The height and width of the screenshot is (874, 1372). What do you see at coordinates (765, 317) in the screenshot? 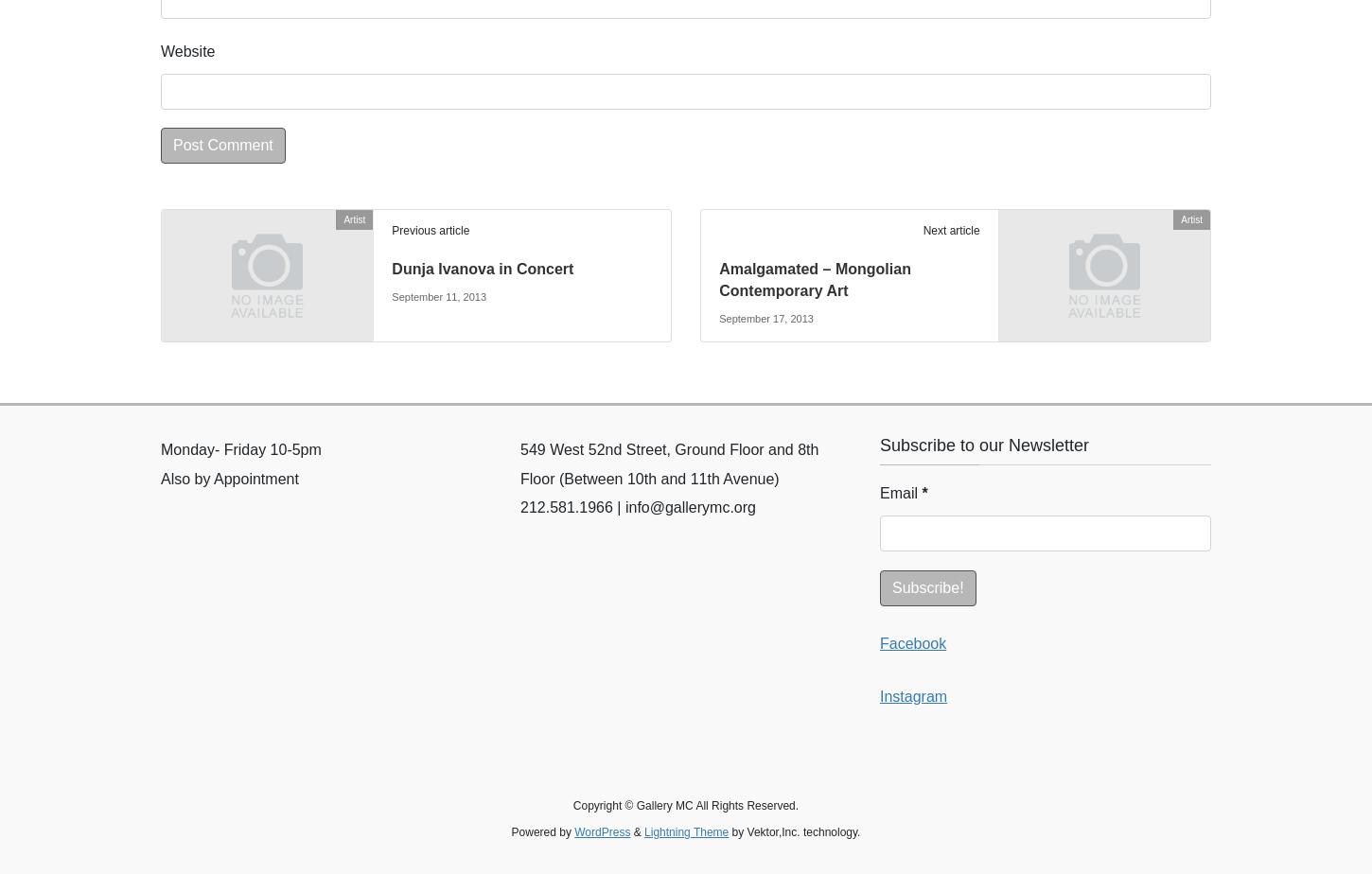
I see `'September 17, 2013'` at bounding box center [765, 317].